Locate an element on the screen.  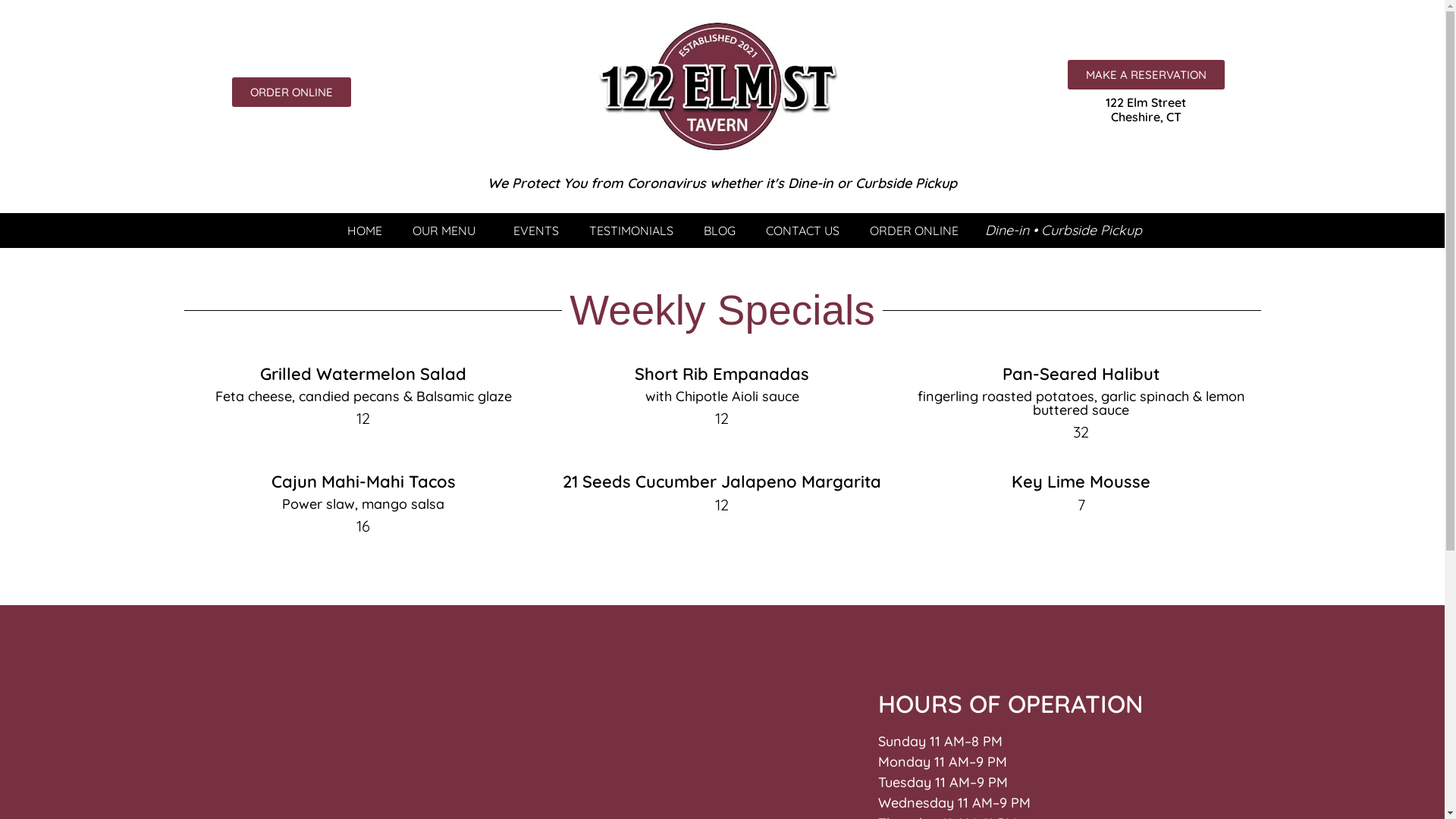
'CONTACT US' is located at coordinates (750, 231).